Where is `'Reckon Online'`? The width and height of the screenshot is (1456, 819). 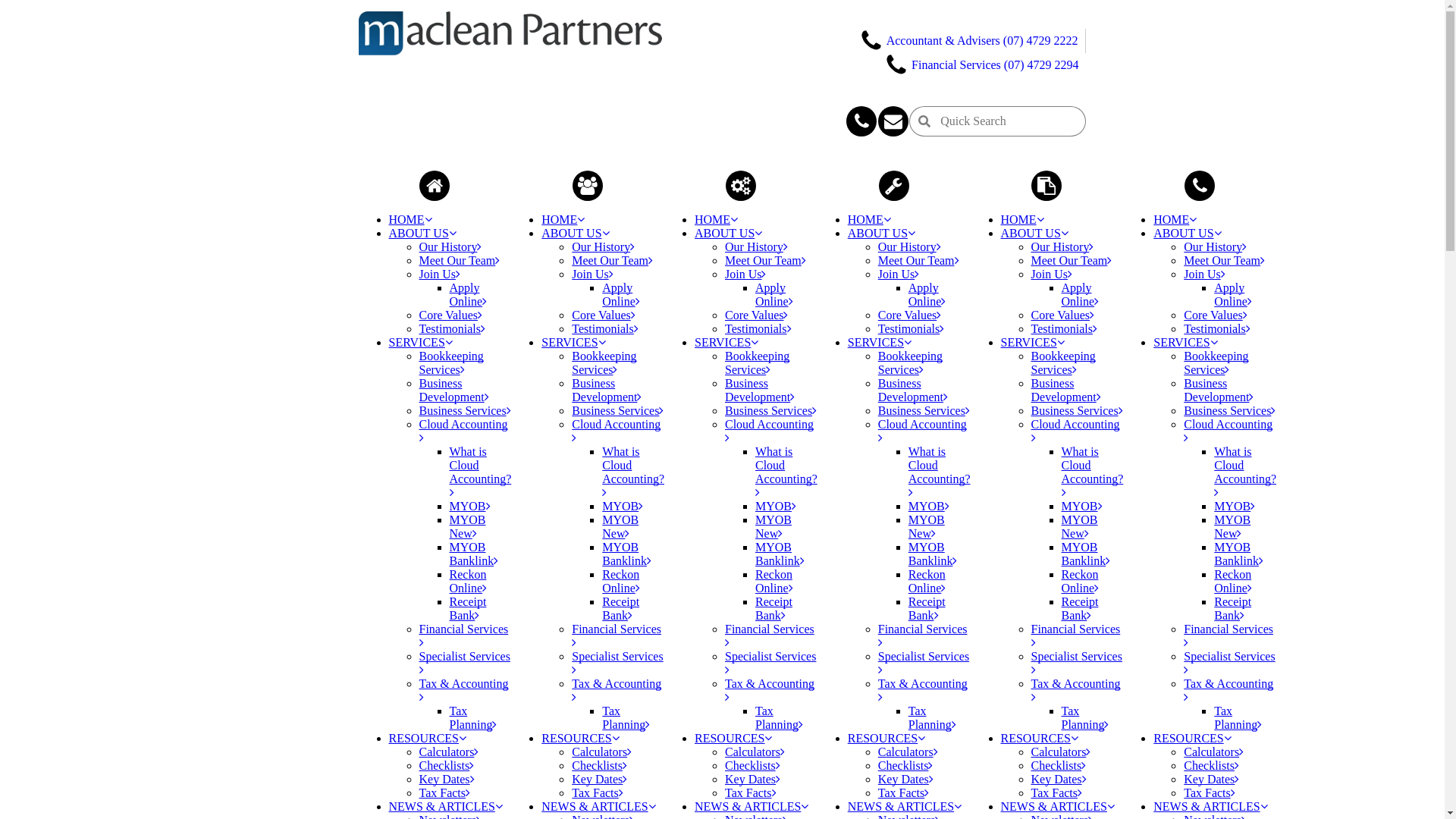
'Reckon Online' is located at coordinates (467, 580).